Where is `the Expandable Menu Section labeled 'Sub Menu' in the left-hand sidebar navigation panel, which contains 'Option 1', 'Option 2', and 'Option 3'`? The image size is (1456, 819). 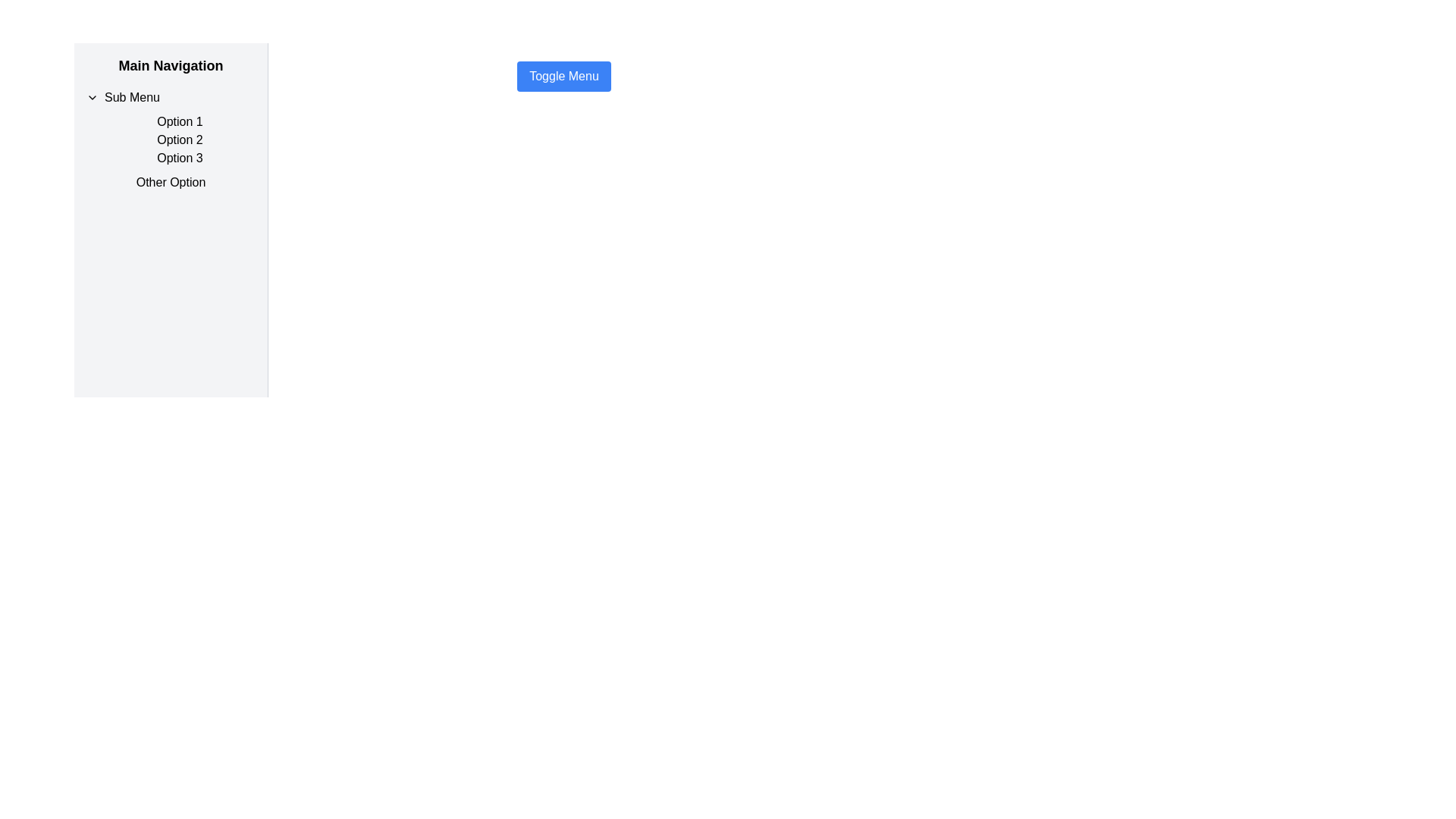 the Expandable Menu Section labeled 'Sub Menu' in the left-hand sidebar navigation panel, which contains 'Option 1', 'Option 2', and 'Option 3' is located at coordinates (171, 127).